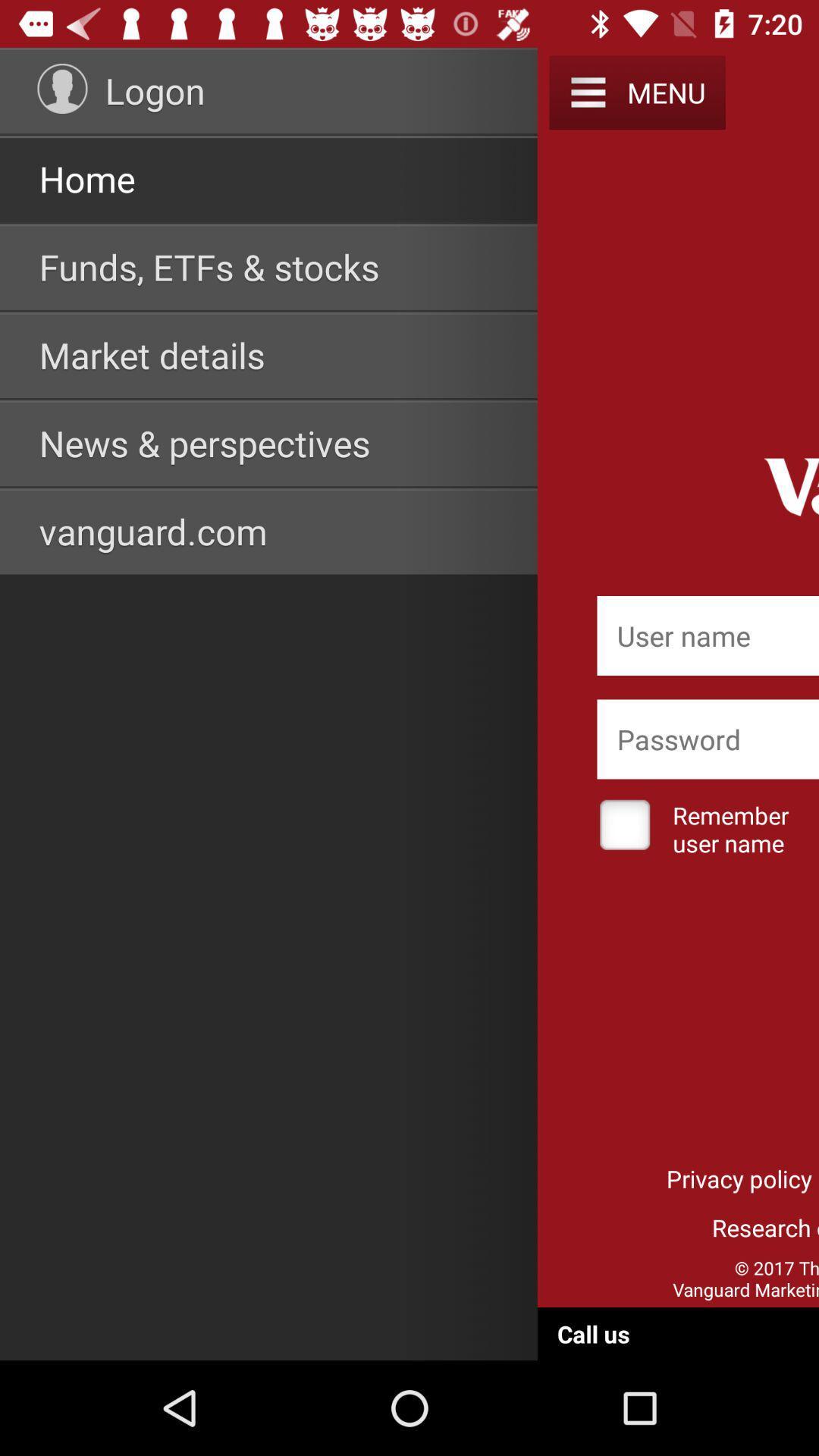  Describe the element at coordinates (152, 354) in the screenshot. I see `market details item` at that location.